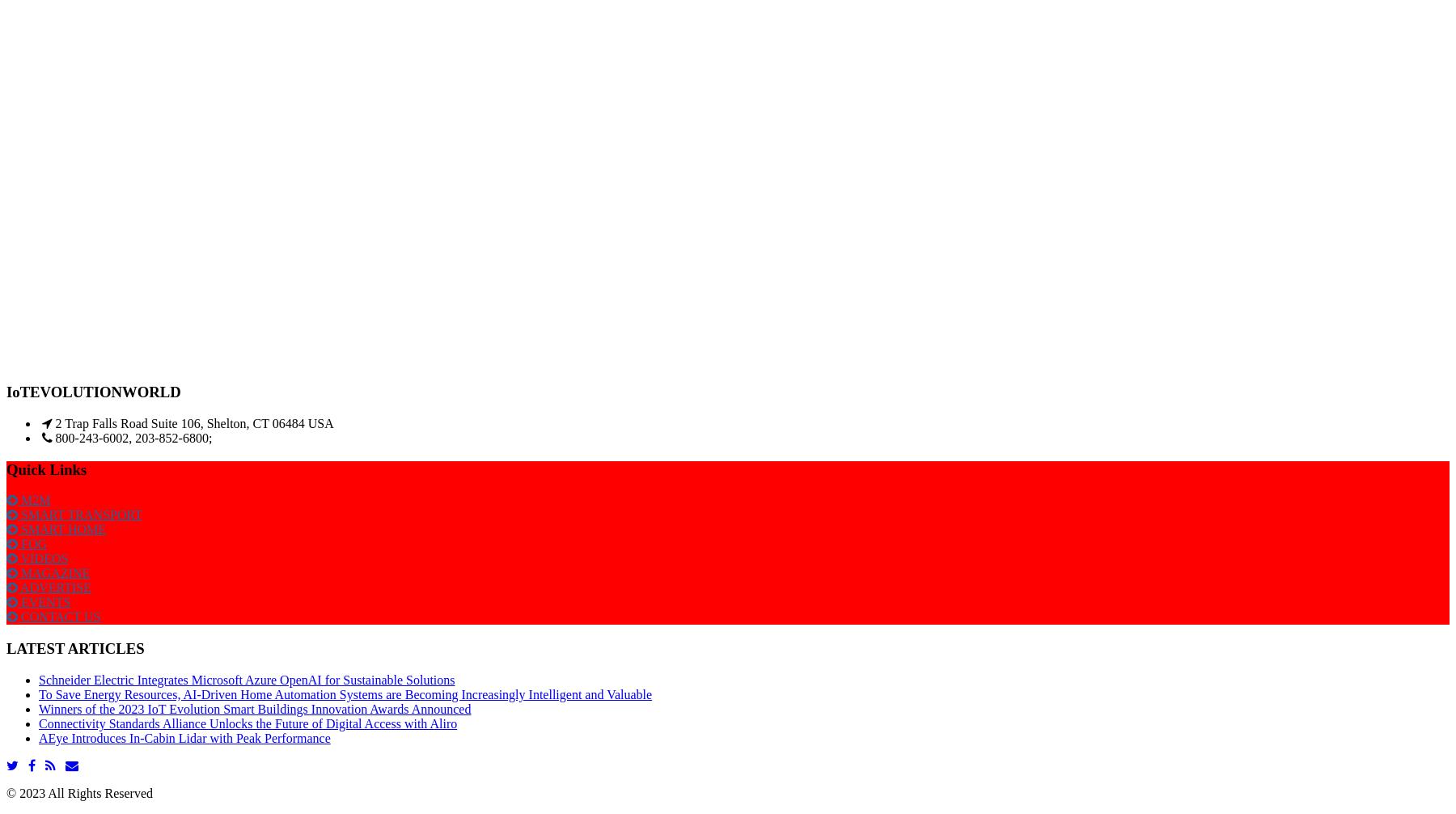  Describe the element at coordinates (74, 647) in the screenshot. I see `'LATEST ARTICLES'` at that location.